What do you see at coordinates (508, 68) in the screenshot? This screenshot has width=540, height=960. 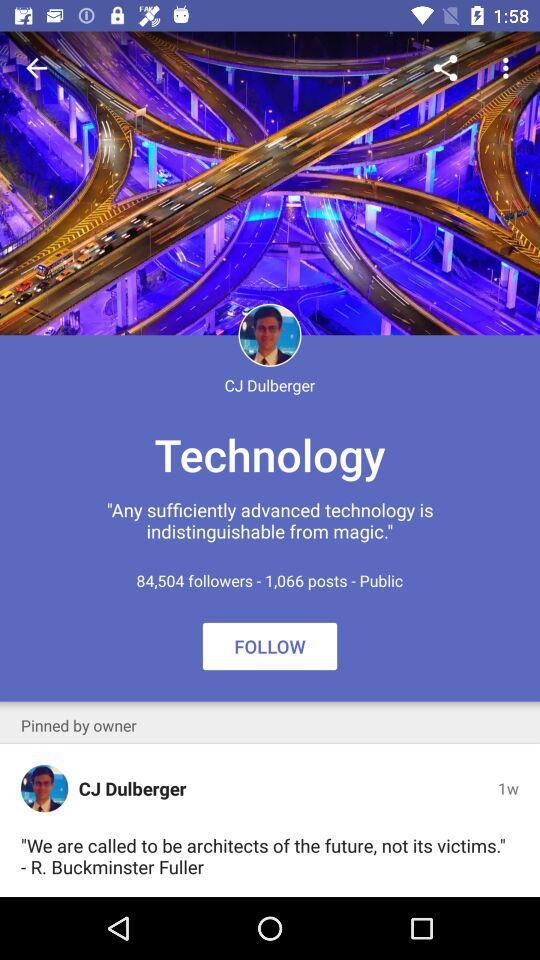 I see `the three vertical dot icon at the top right corner of the page` at bounding box center [508, 68].